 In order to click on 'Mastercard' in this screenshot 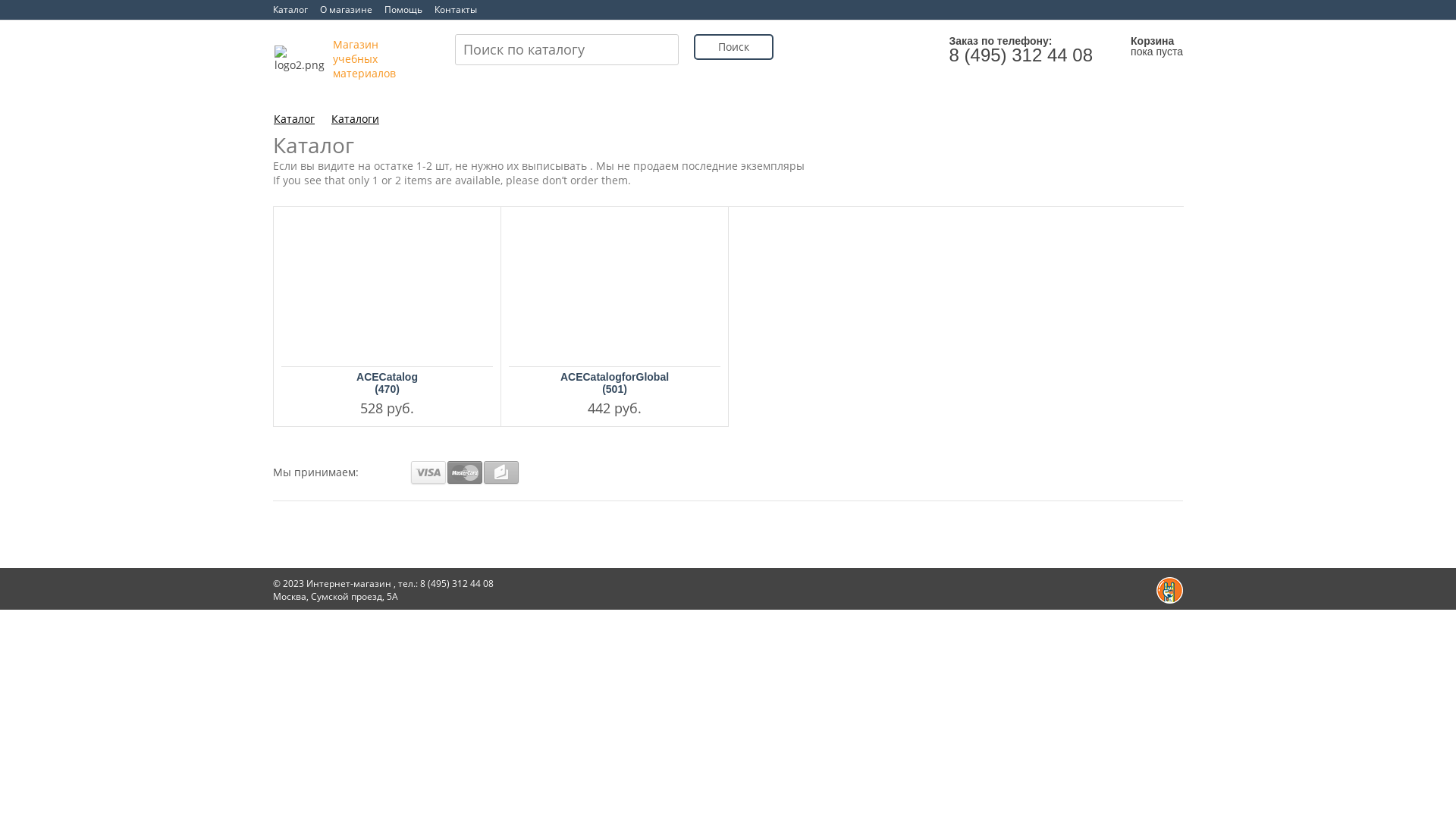, I will do `click(446, 472)`.